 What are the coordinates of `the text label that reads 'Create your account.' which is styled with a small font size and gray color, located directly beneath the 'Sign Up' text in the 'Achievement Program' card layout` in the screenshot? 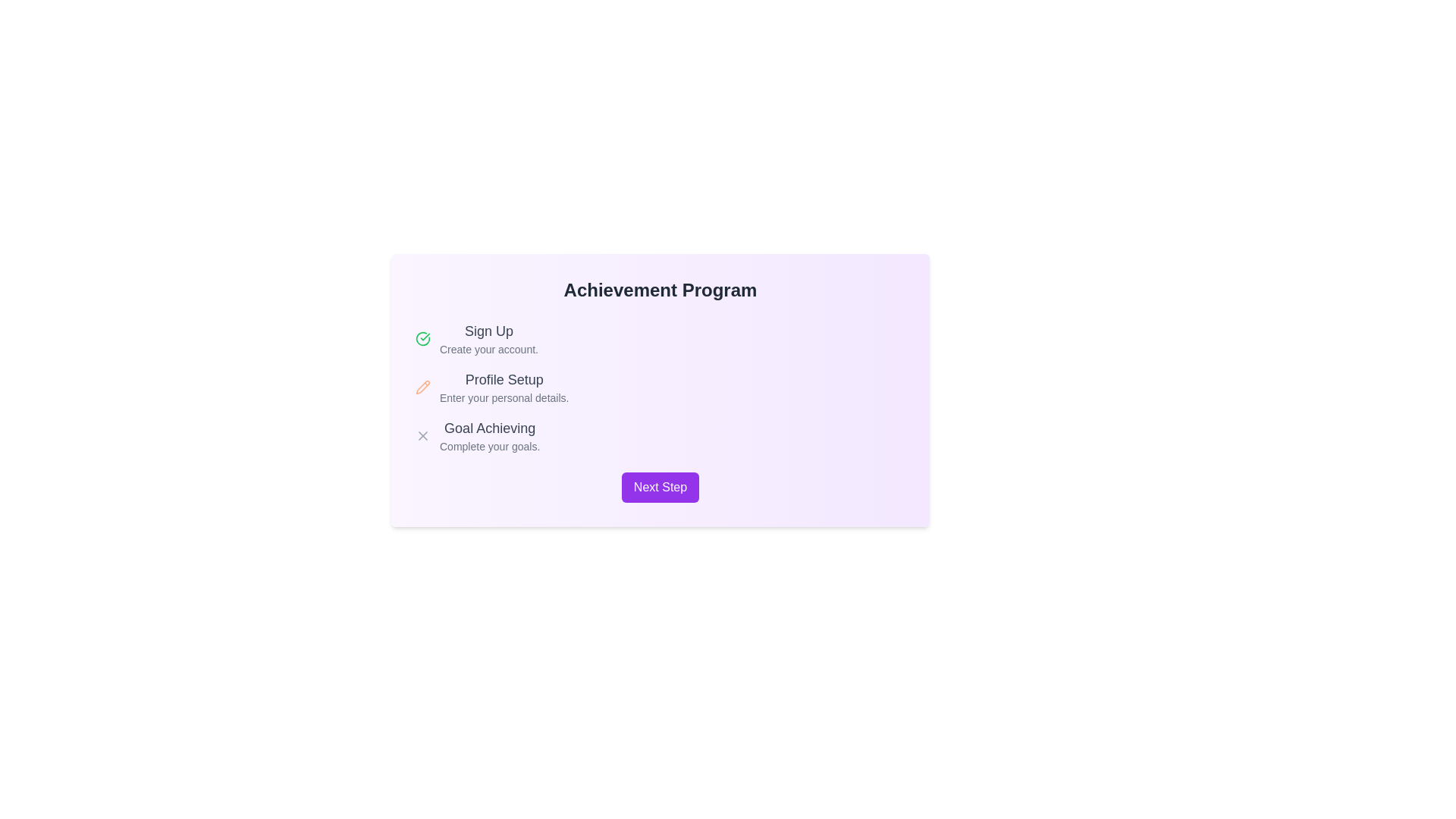 It's located at (488, 350).